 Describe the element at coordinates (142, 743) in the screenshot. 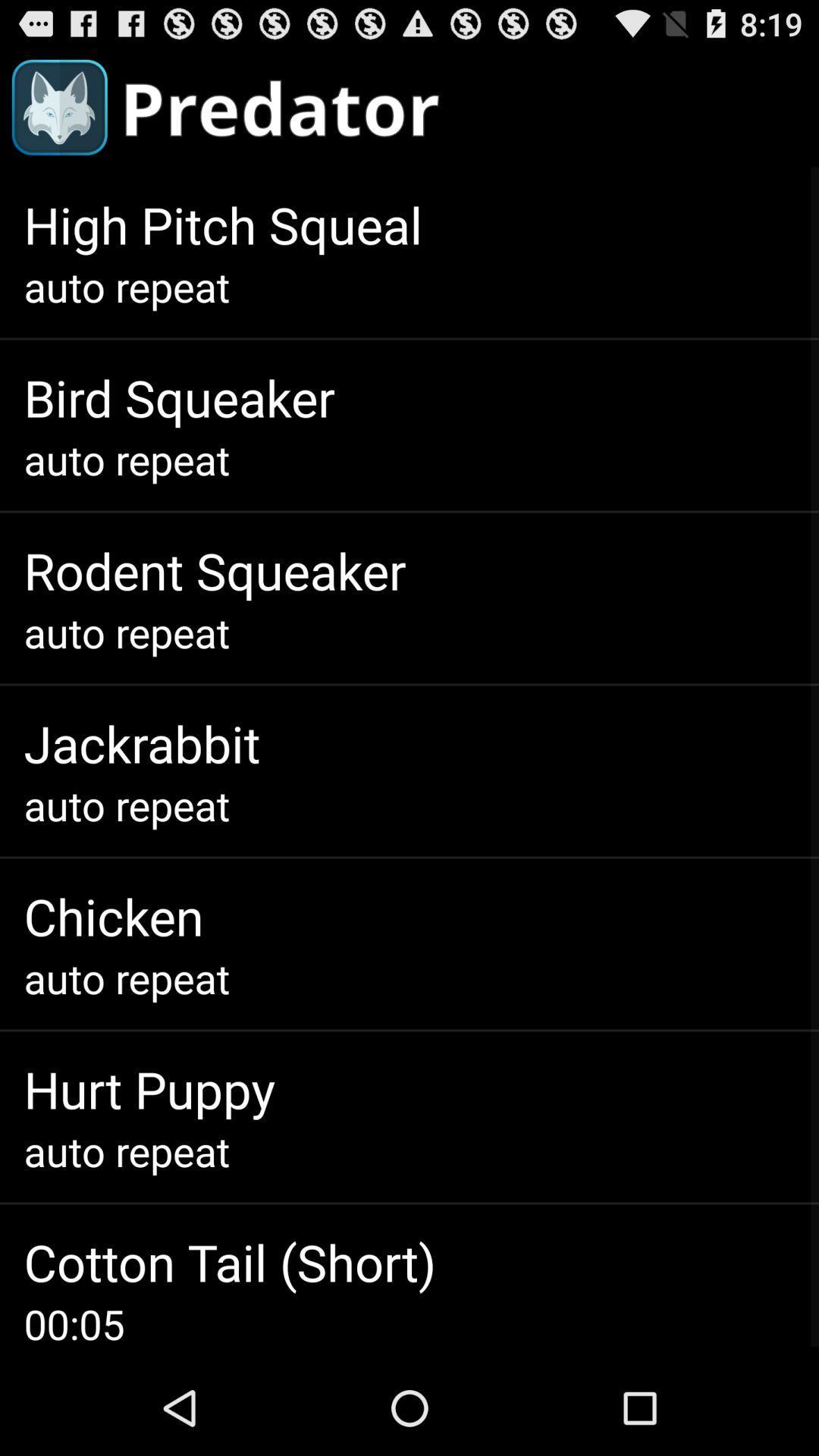

I see `the jackrabbit icon` at that location.